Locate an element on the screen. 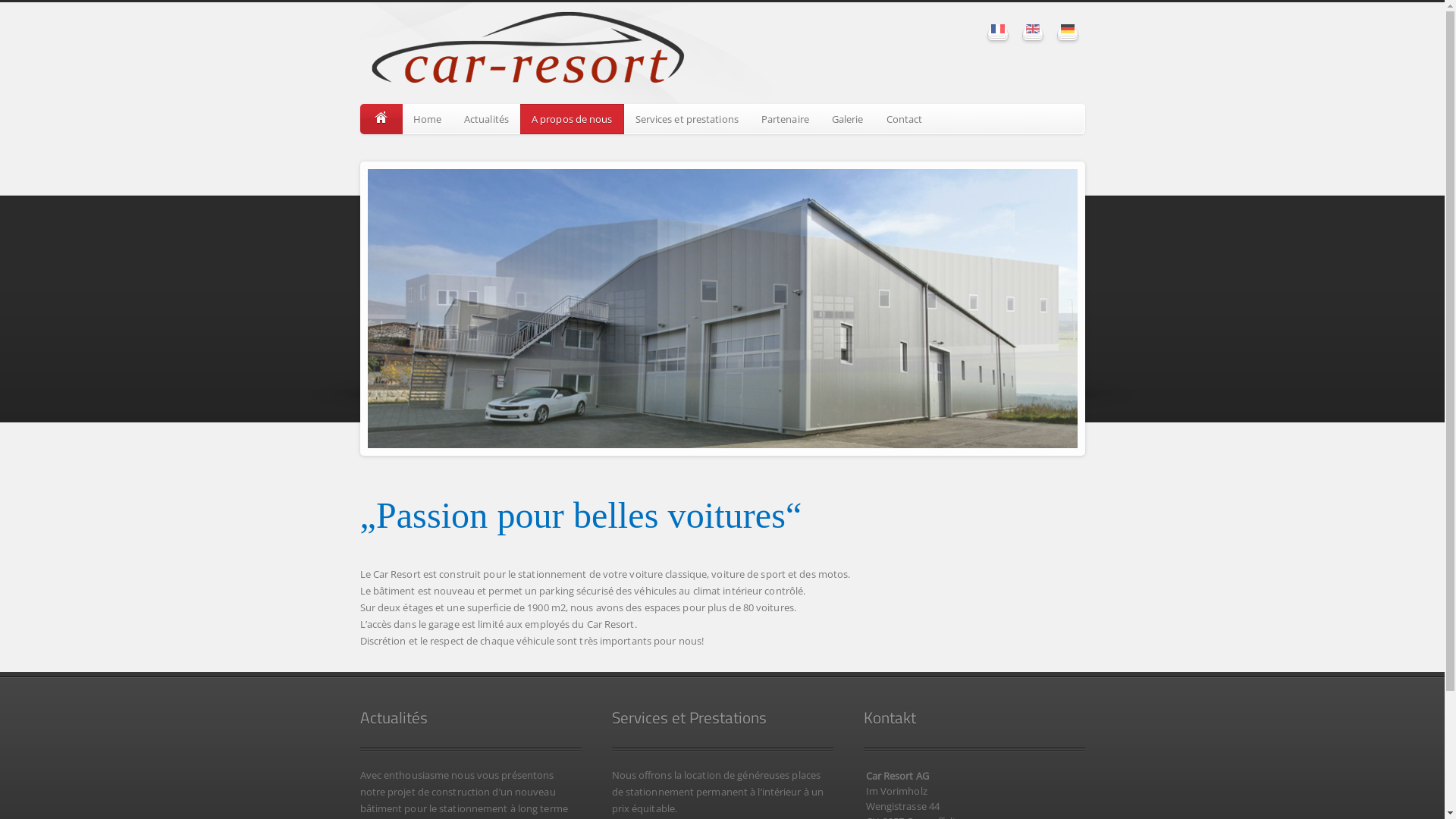 The width and height of the screenshot is (1456, 819). 'Deutsch' is located at coordinates (1065, 29).